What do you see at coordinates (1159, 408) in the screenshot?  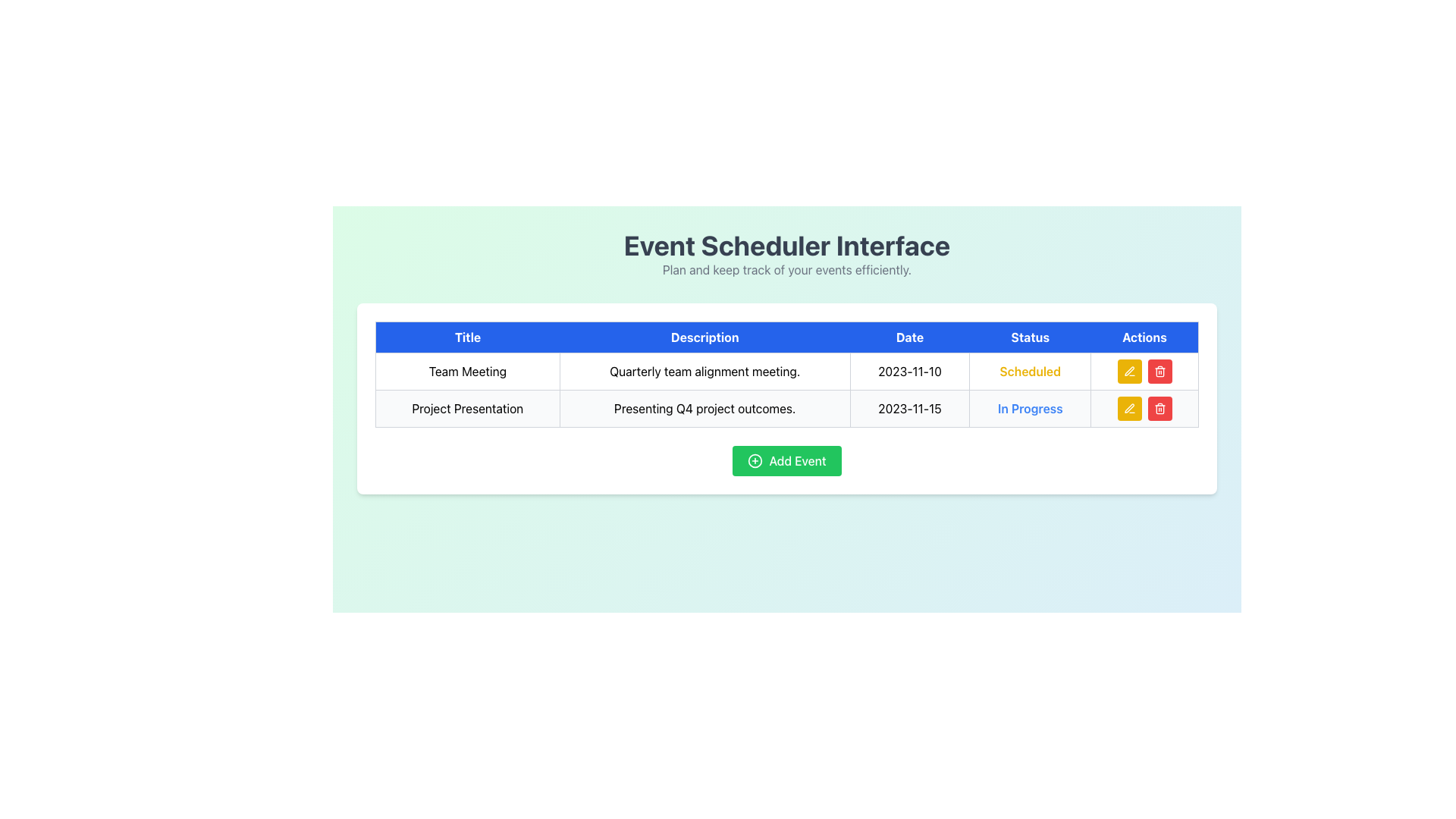 I see `the red trash can button` at bounding box center [1159, 408].